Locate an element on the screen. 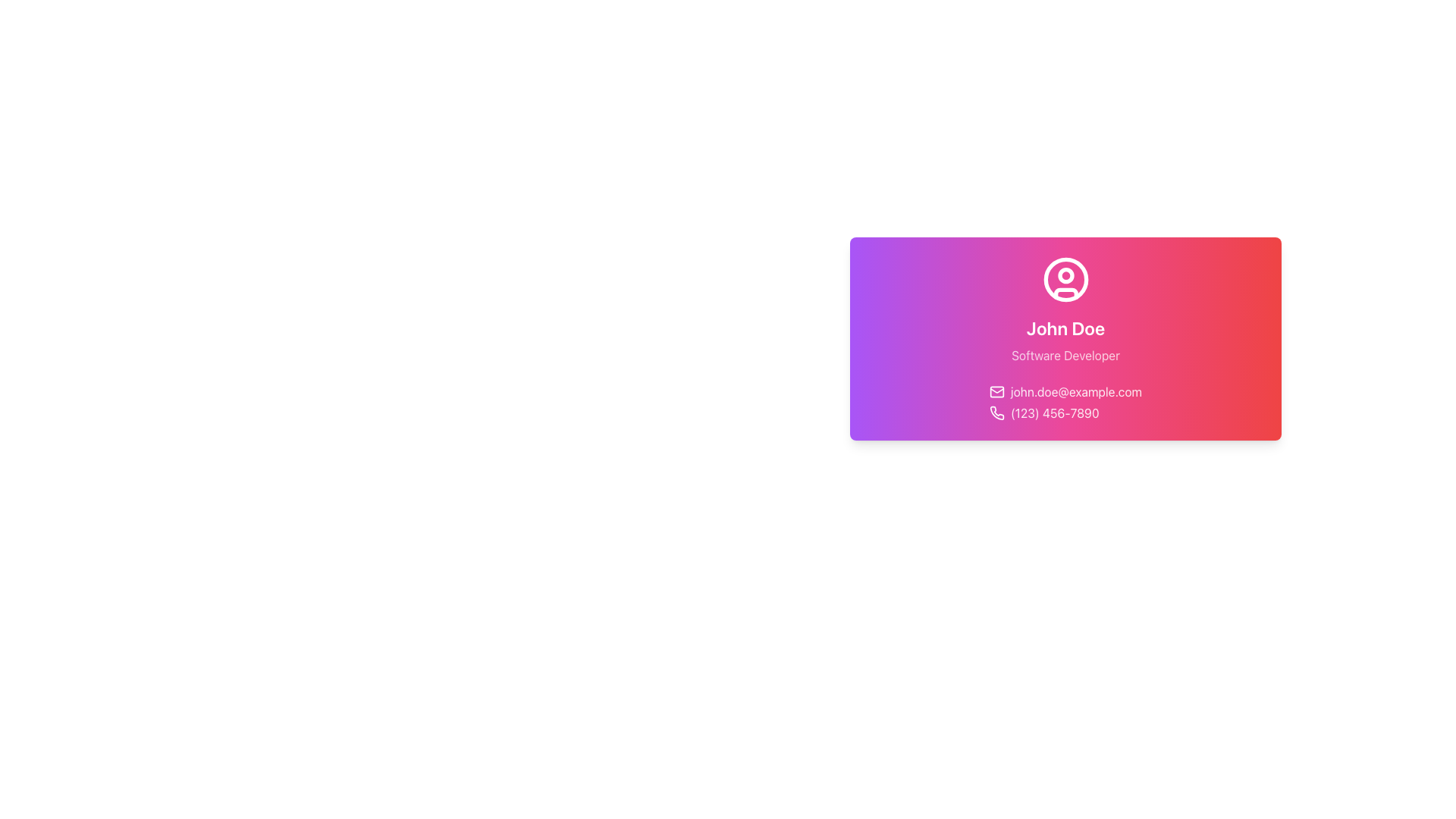 This screenshot has height=819, width=1456. the profile picture icon located at the top-center of the card, positioned above the text 'John Doe' and 'Software Developer' is located at coordinates (1065, 280).